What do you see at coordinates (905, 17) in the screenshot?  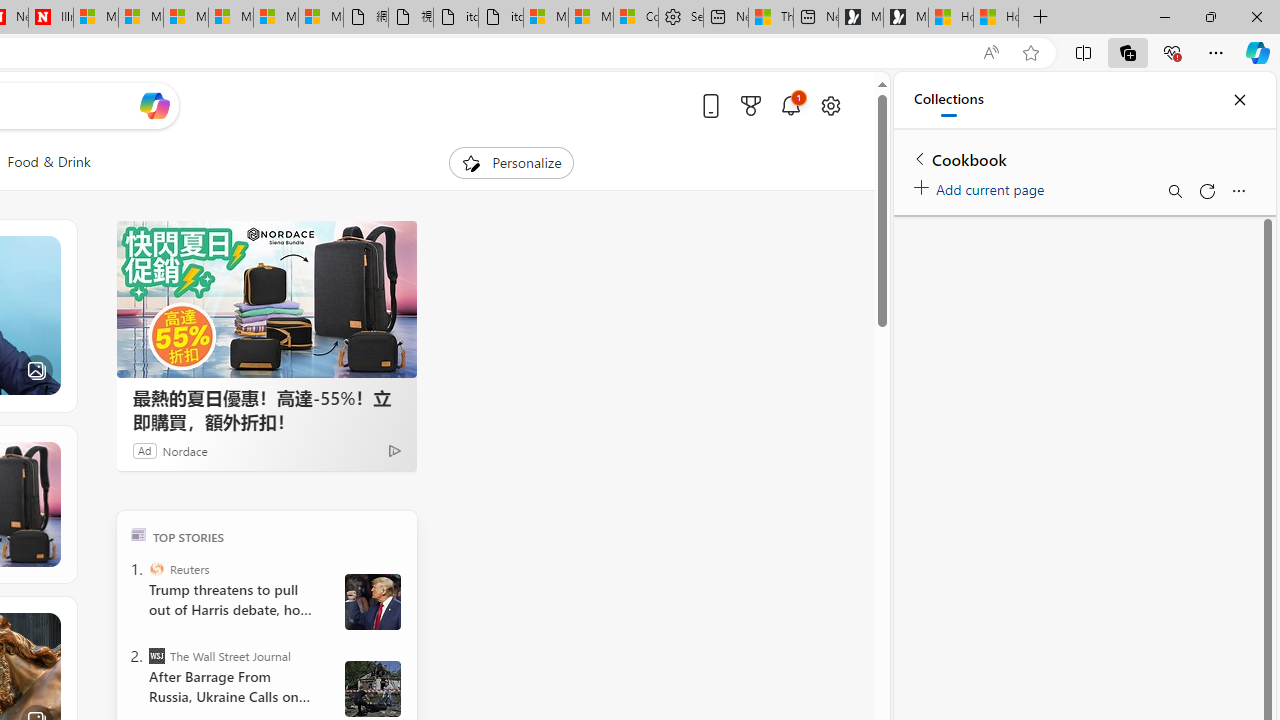 I see `'Microsoft Start Gaming'` at bounding box center [905, 17].